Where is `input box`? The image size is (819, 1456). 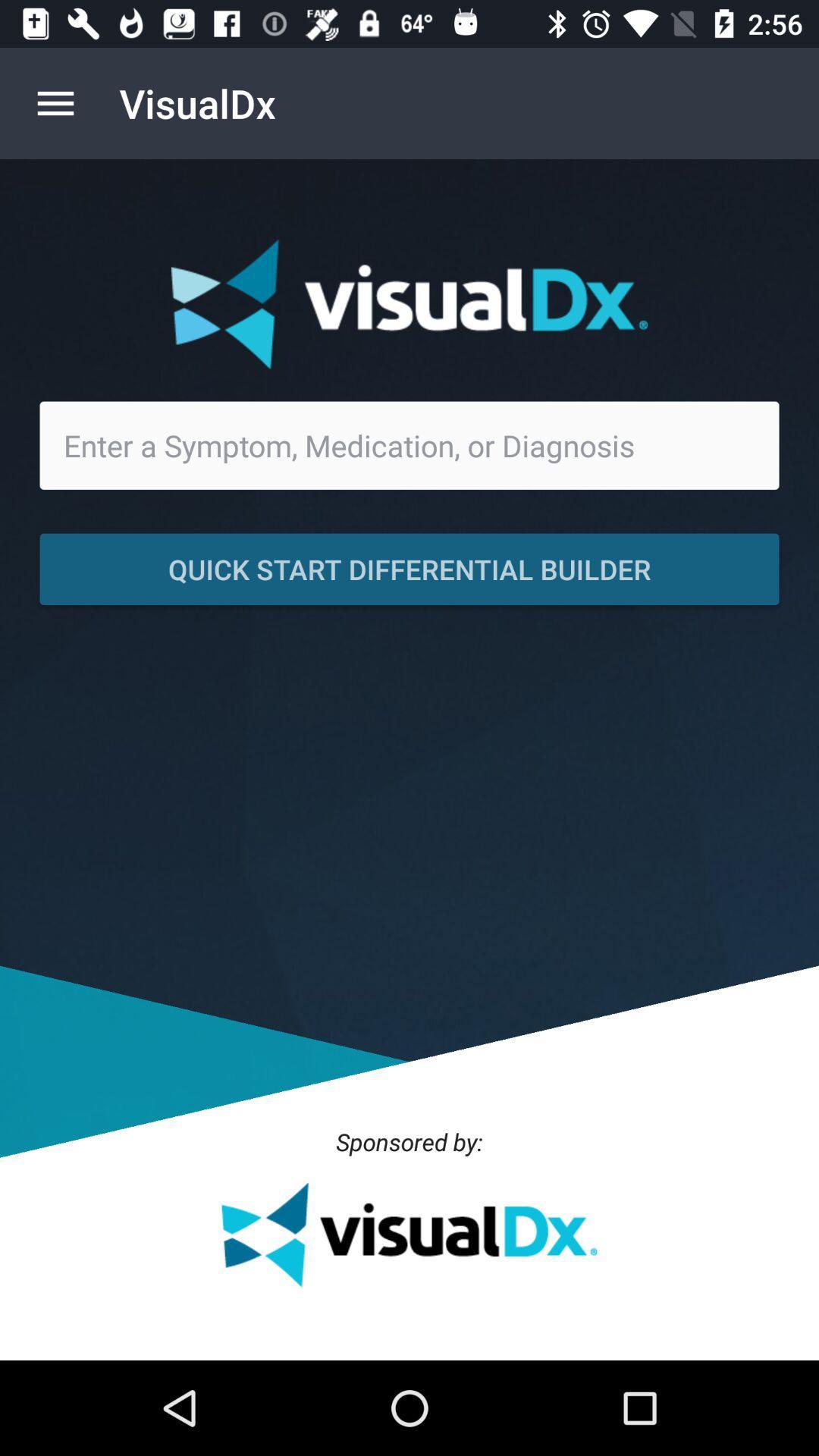 input box is located at coordinates (409, 444).